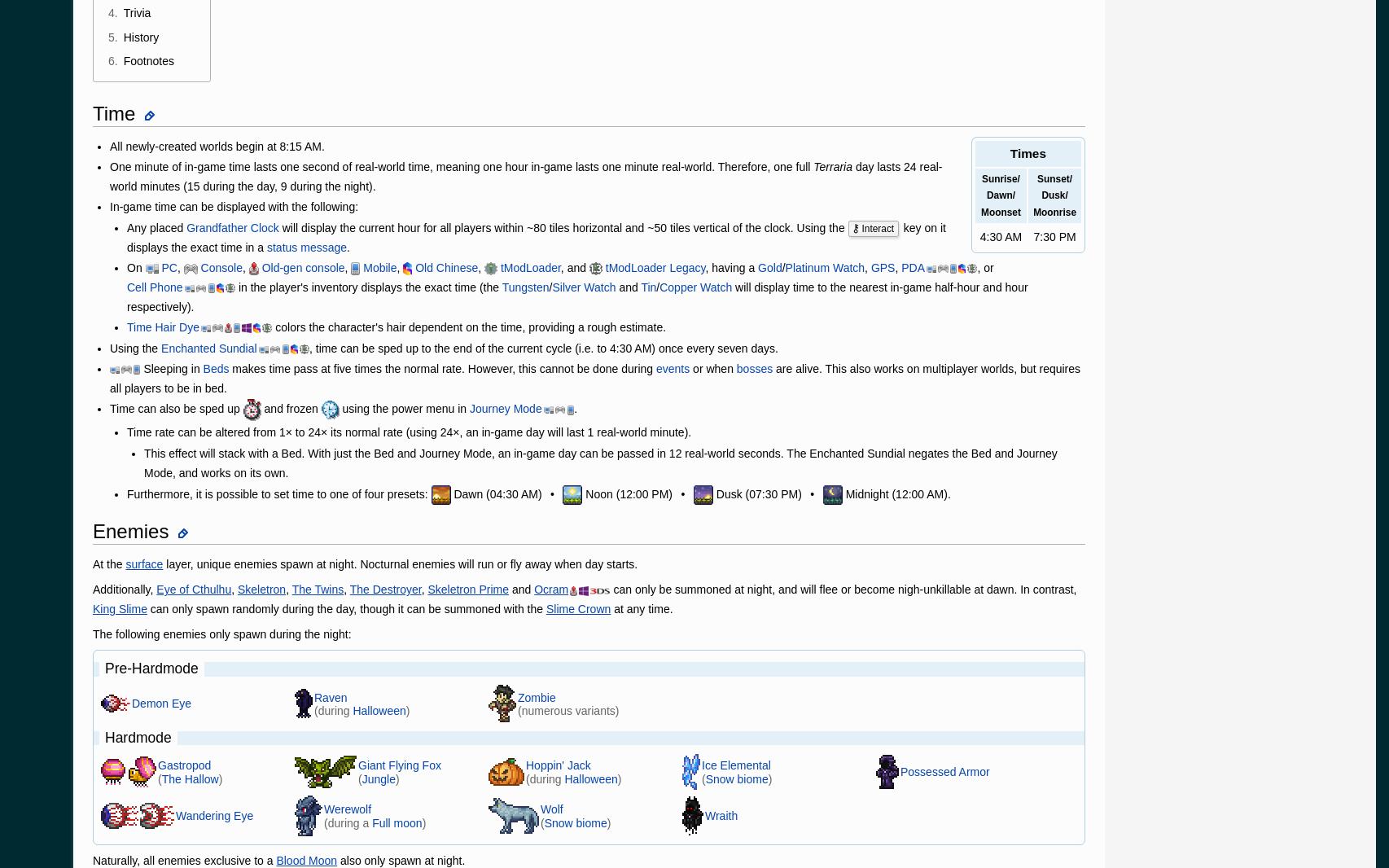 This screenshot has height=868, width=1389. What do you see at coordinates (236, 694) in the screenshot?
I see `'Miss the old Hydra Skin? Try out our Hydralize gadget! Visit'` at bounding box center [236, 694].